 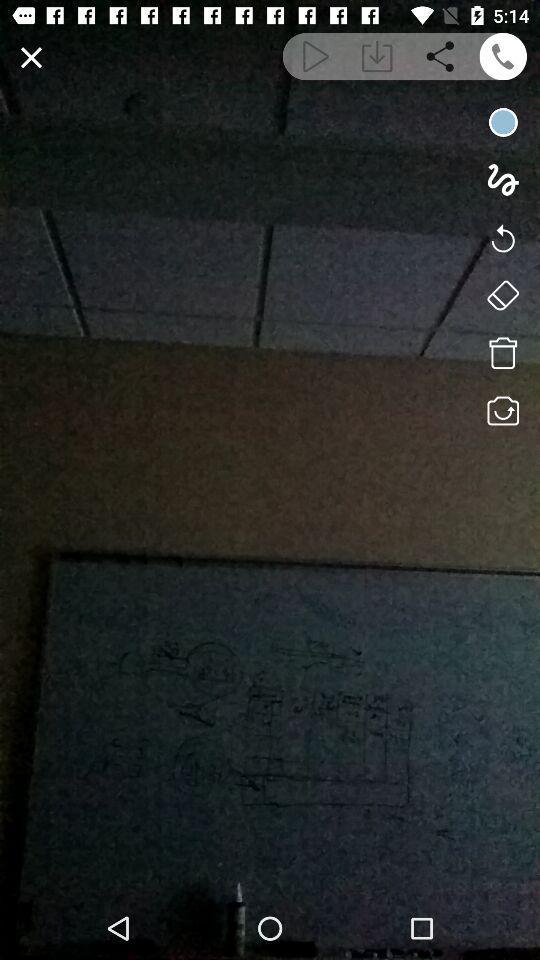 What do you see at coordinates (502, 353) in the screenshot?
I see `the delete icon` at bounding box center [502, 353].